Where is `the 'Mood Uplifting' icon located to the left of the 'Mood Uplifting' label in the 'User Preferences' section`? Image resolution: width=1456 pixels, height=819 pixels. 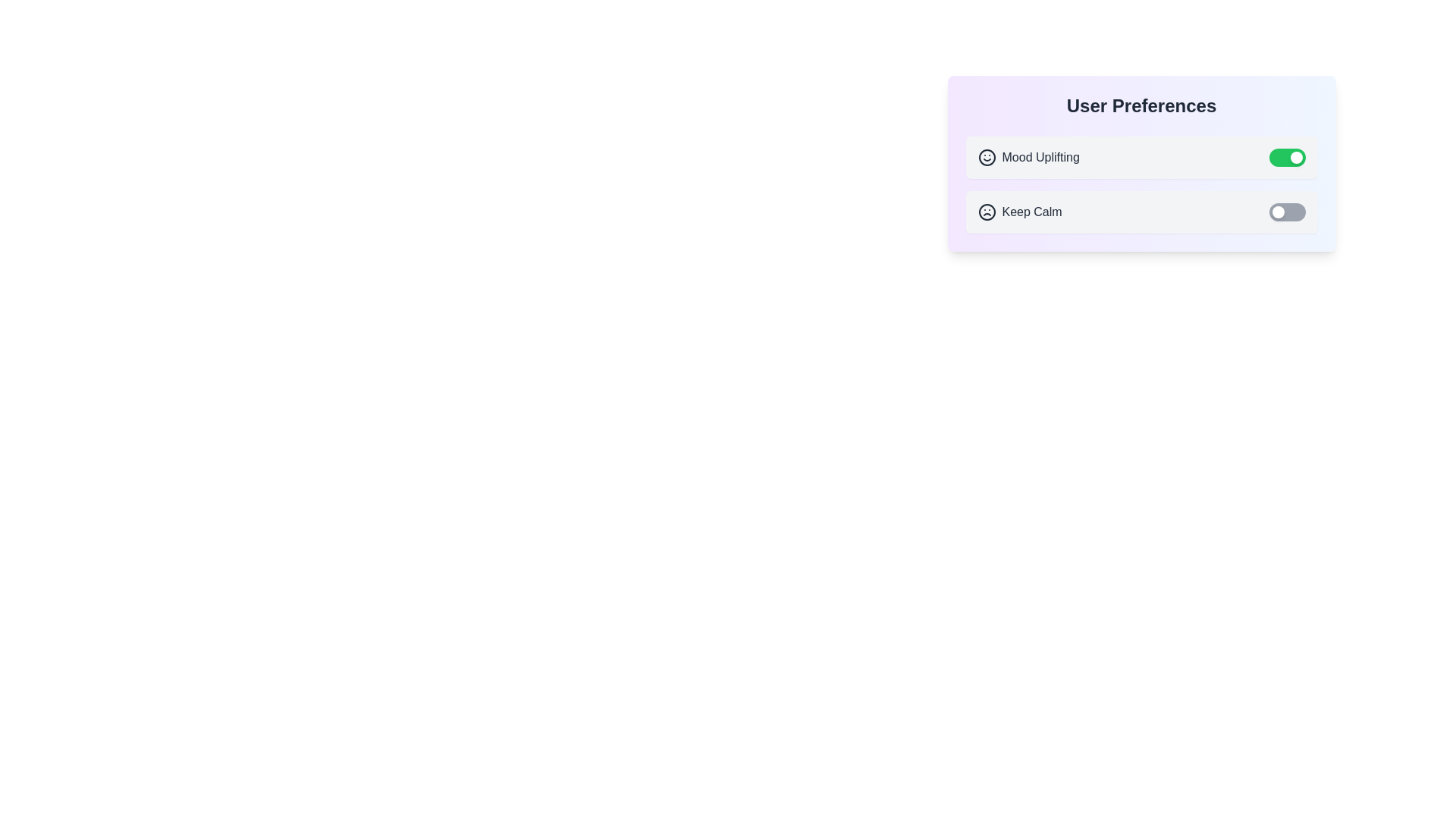
the 'Mood Uplifting' icon located to the left of the 'Mood Uplifting' label in the 'User Preferences' section is located at coordinates (987, 158).